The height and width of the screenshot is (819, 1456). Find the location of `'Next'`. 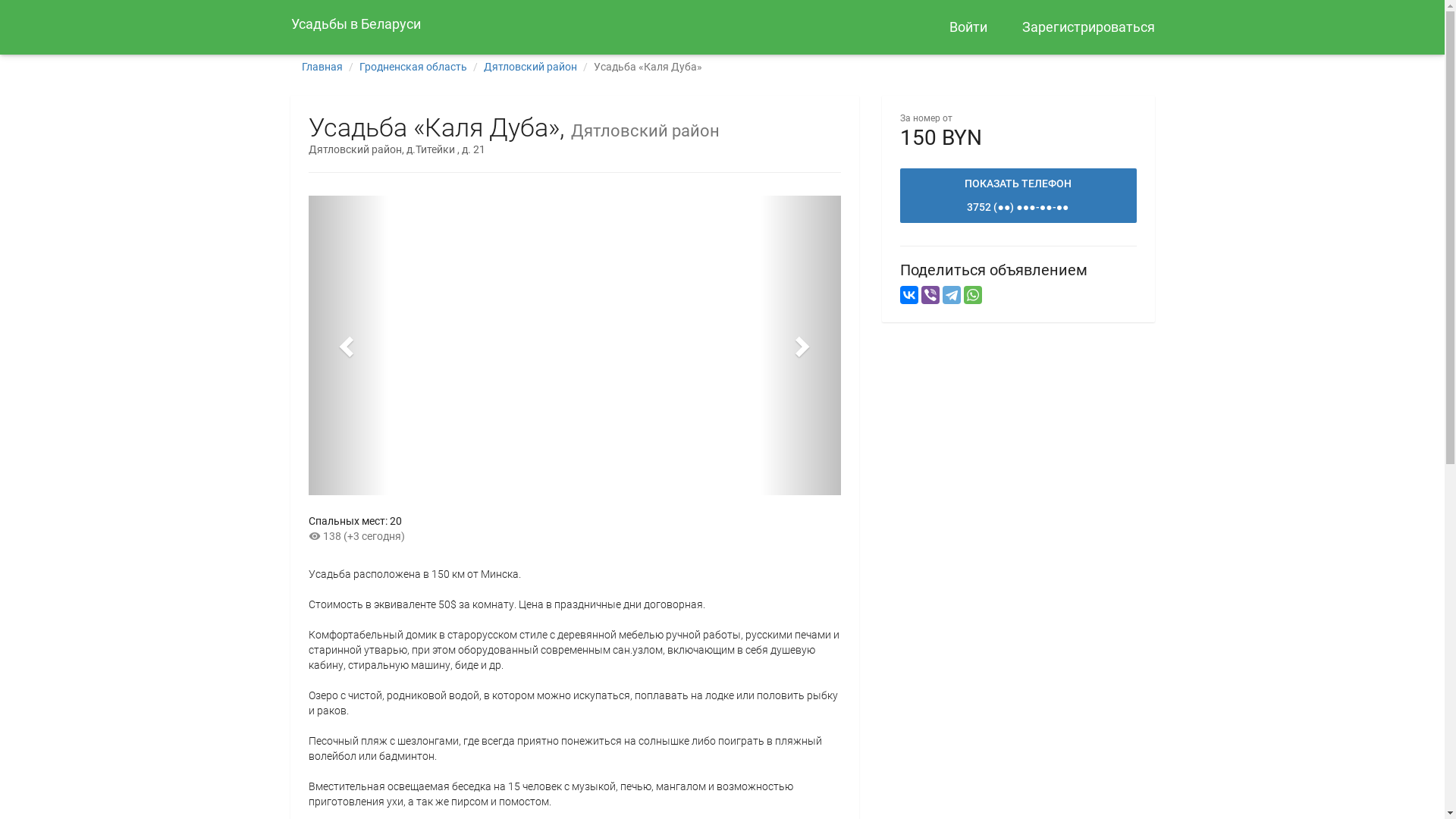

'Next' is located at coordinates (799, 345).